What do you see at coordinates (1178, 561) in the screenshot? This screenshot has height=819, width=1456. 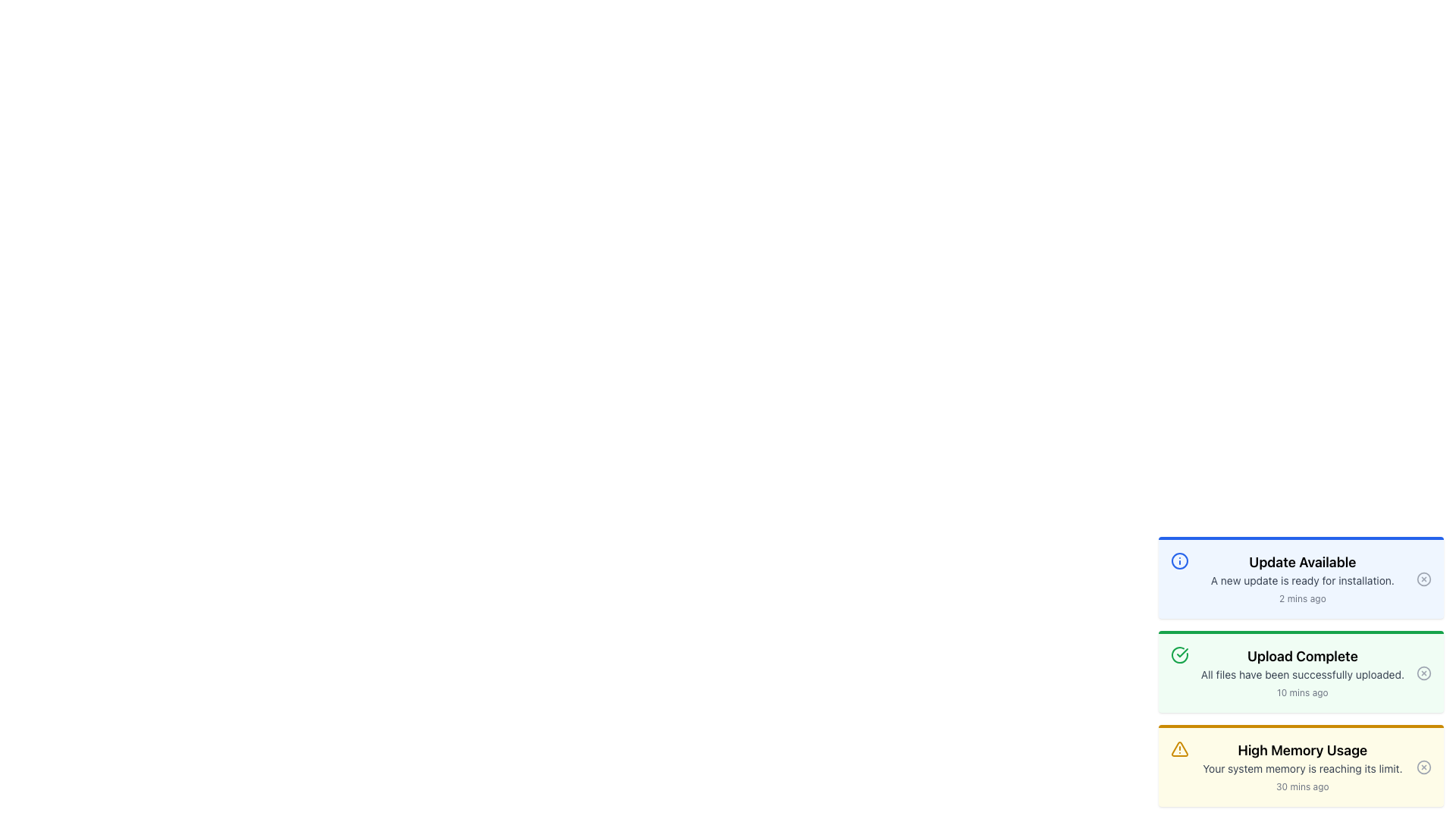 I see `the circular blue icon resembling an information symbol, located at the top-left of the 'Update Available' notification card` at bounding box center [1178, 561].